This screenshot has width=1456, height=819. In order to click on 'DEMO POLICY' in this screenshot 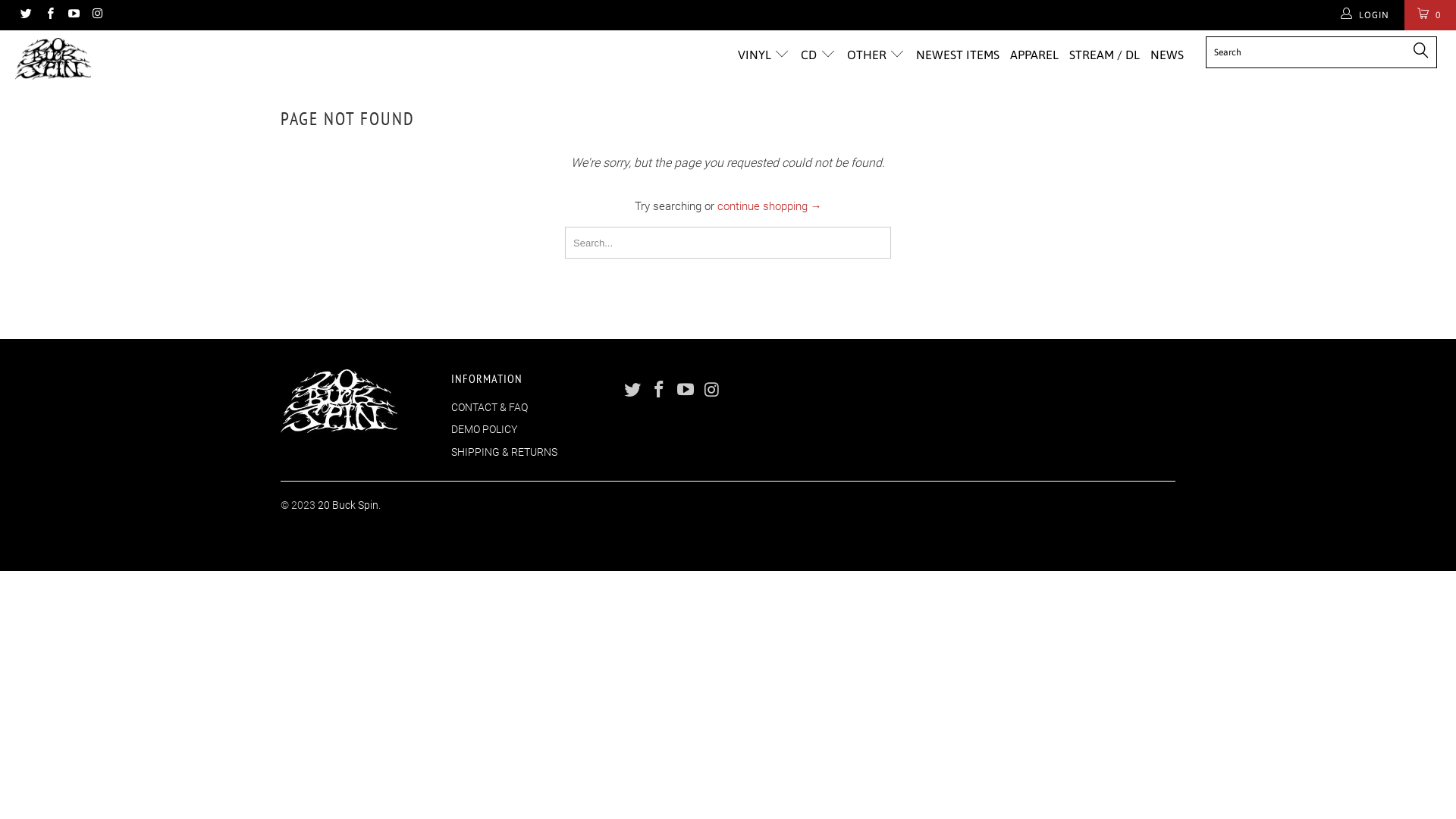, I will do `click(483, 429)`.